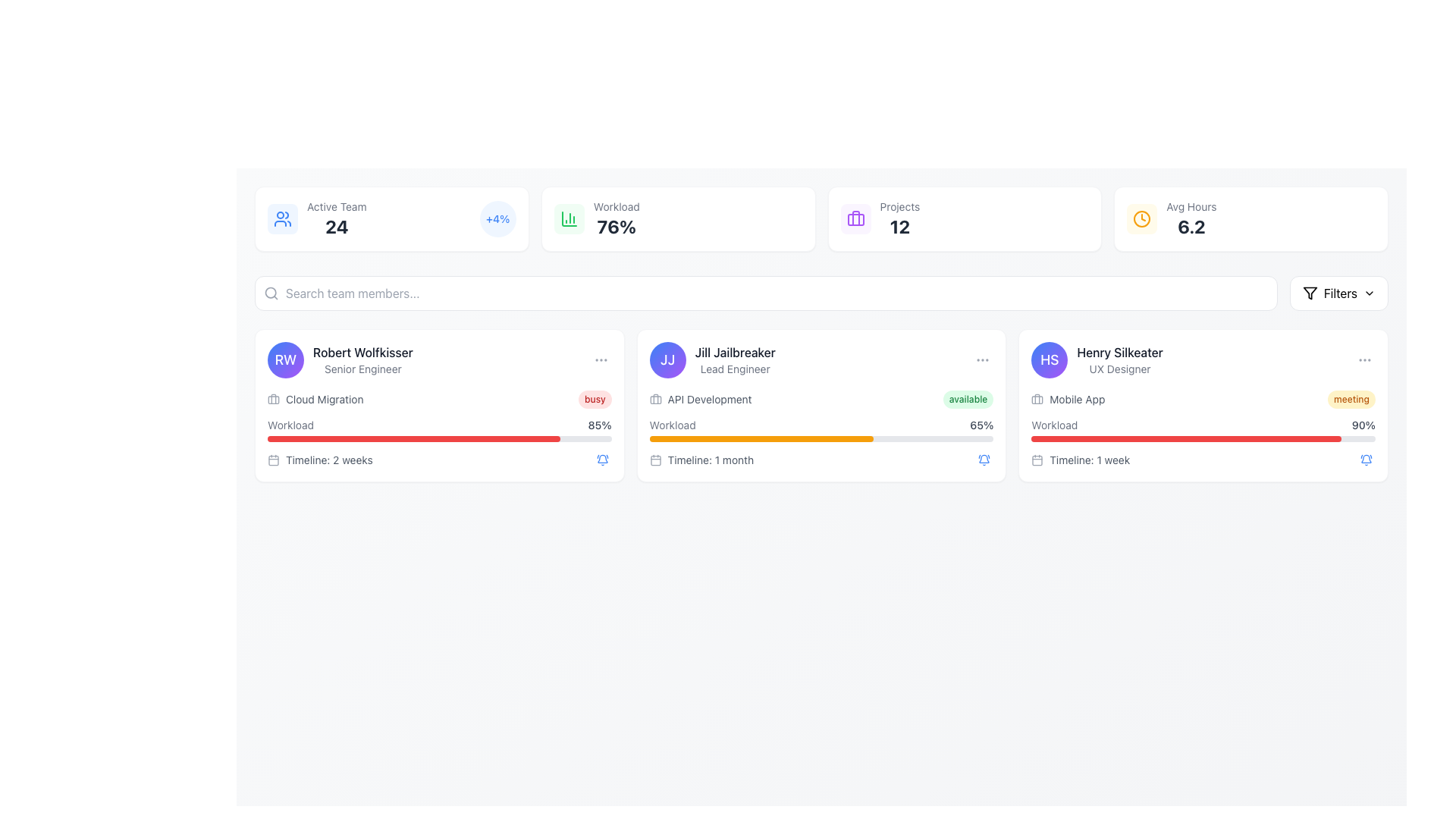 This screenshot has height=819, width=1456. Describe the element at coordinates (1364, 359) in the screenshot. I see `the ellipsis icon located in the top-right corner of the card labeled 'Henry Silkeater'` at that location.